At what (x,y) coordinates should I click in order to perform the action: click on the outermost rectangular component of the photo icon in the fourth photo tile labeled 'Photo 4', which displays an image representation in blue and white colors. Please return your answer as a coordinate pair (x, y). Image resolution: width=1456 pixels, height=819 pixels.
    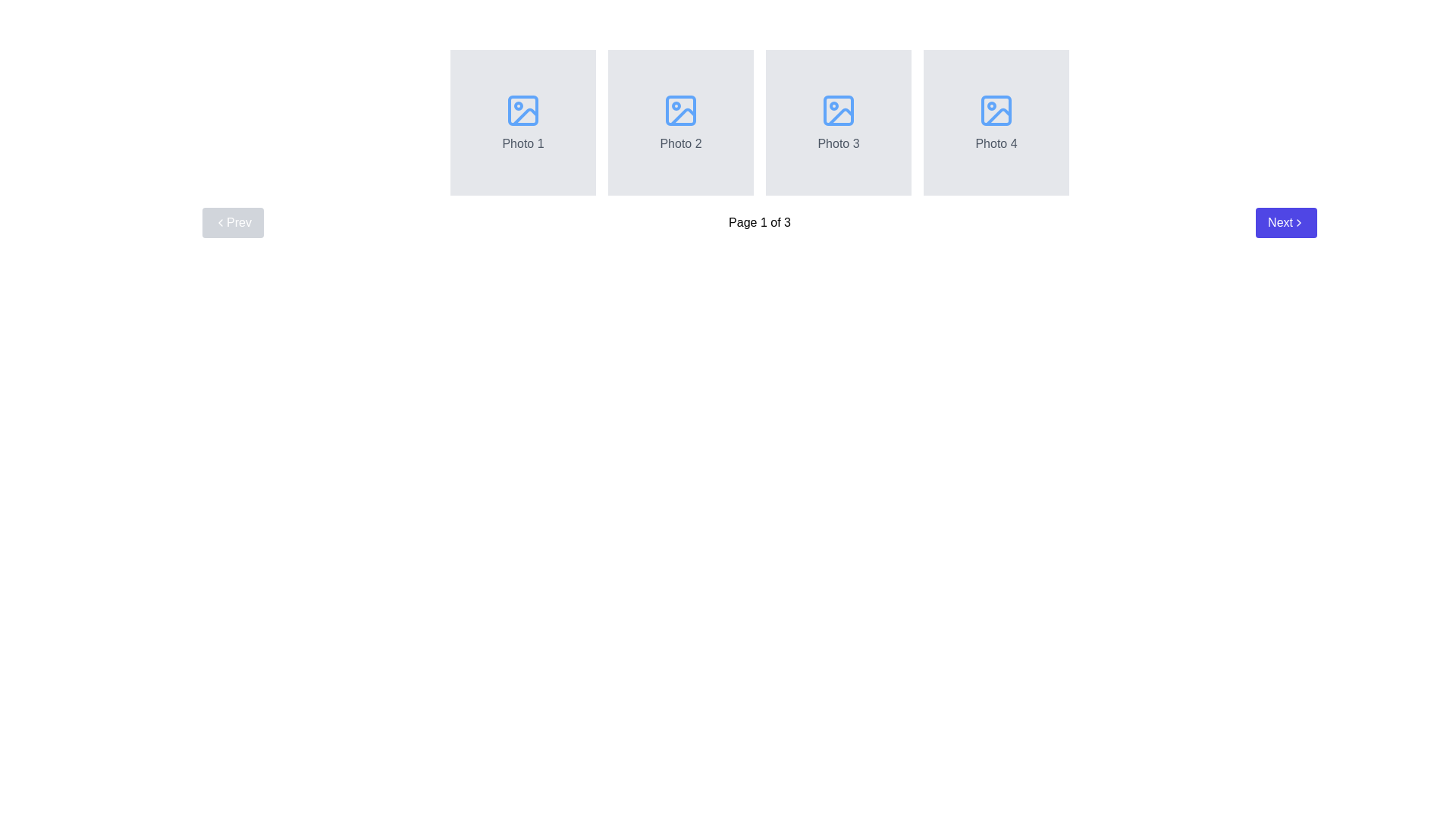
    Looking at the image, I should click on (996, 110).